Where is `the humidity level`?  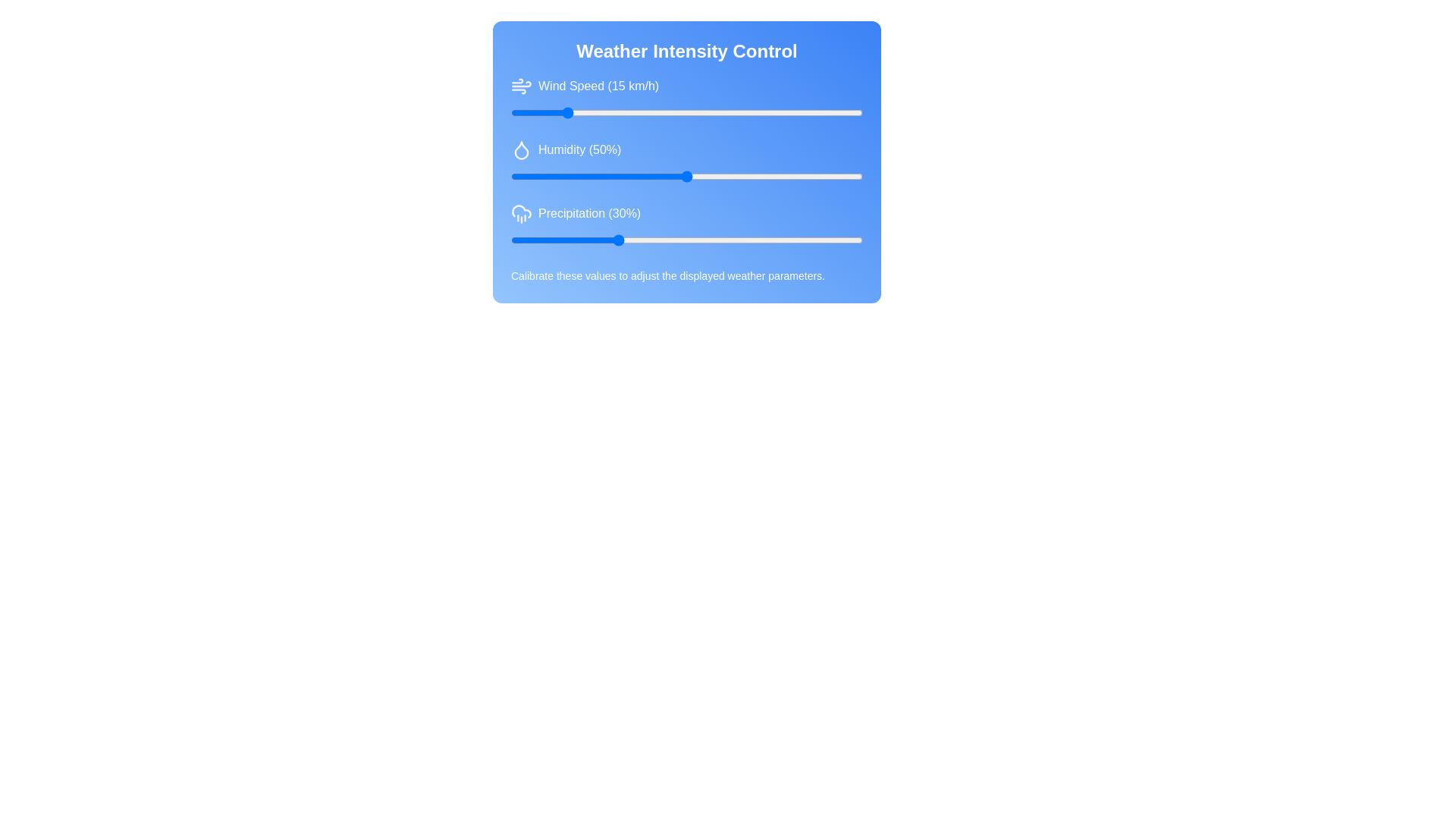
the humidity level is located at coordinates (696, 175).